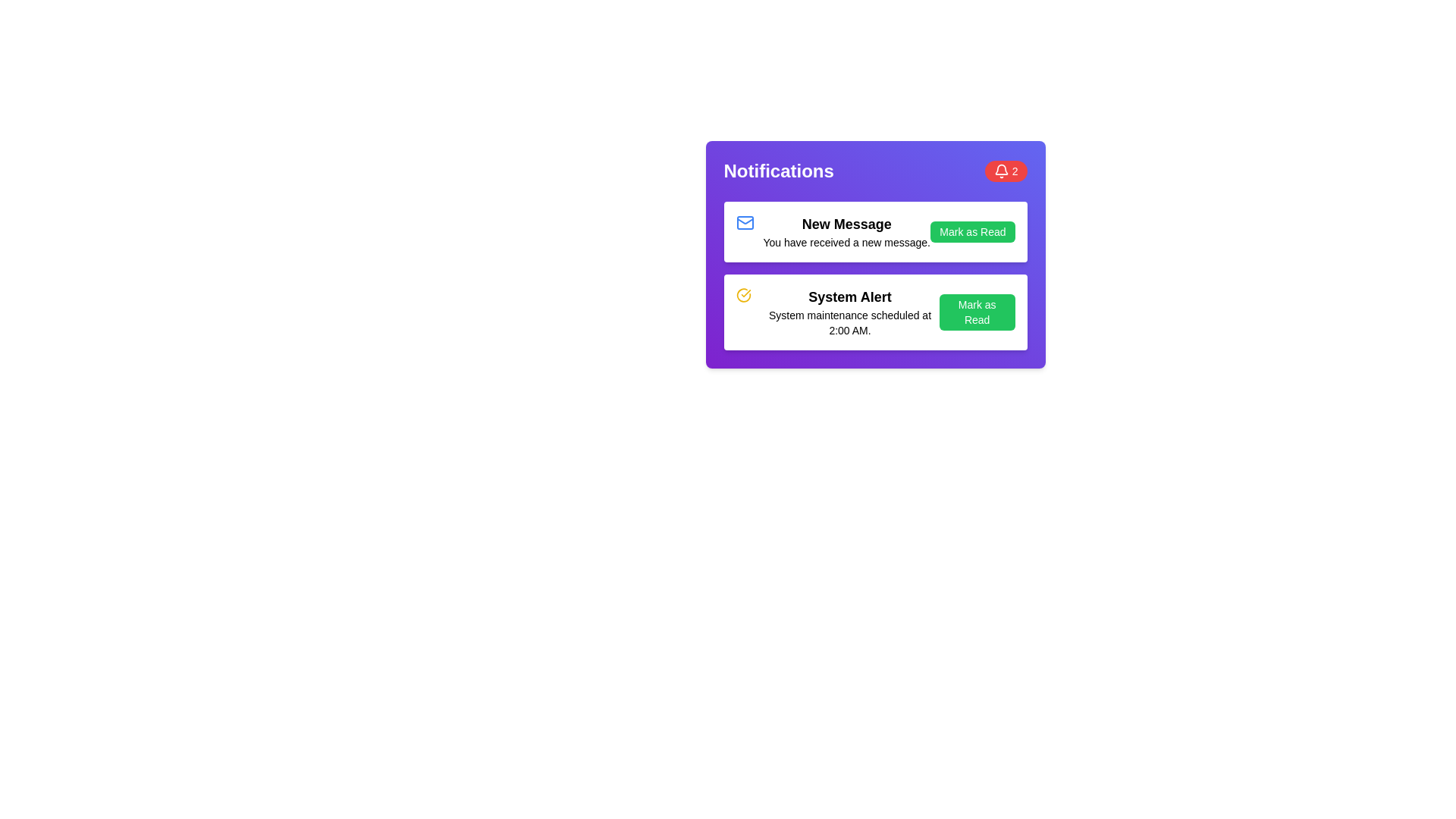  Describe the element at coordinates (1001, 169) in the screenshot. I see `the notification bell icon located in the top-right corner of the notification panel, which indicates the presence of alerts or notifications` at that location.